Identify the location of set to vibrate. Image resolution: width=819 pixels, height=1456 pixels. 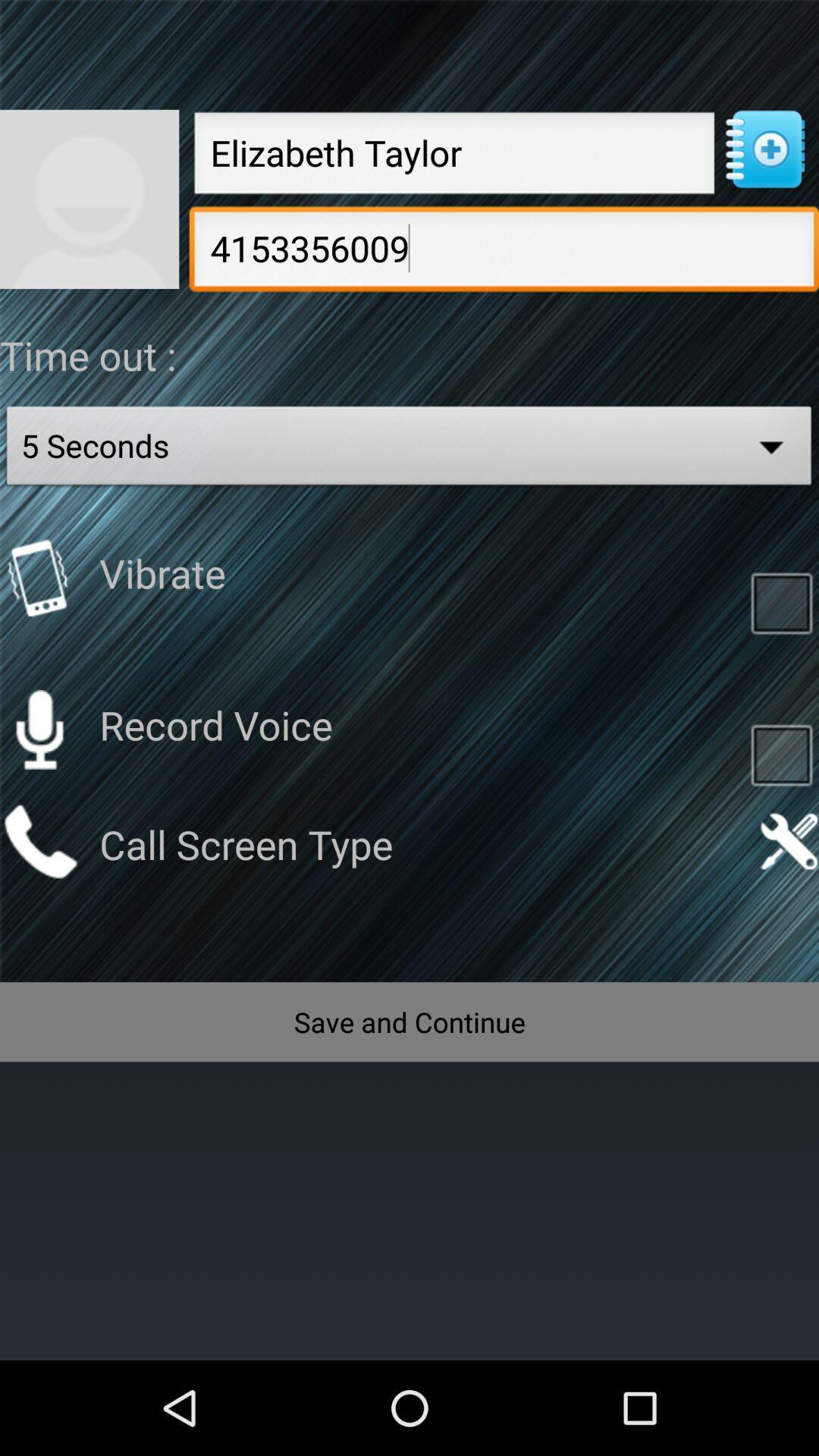
(39, 577).